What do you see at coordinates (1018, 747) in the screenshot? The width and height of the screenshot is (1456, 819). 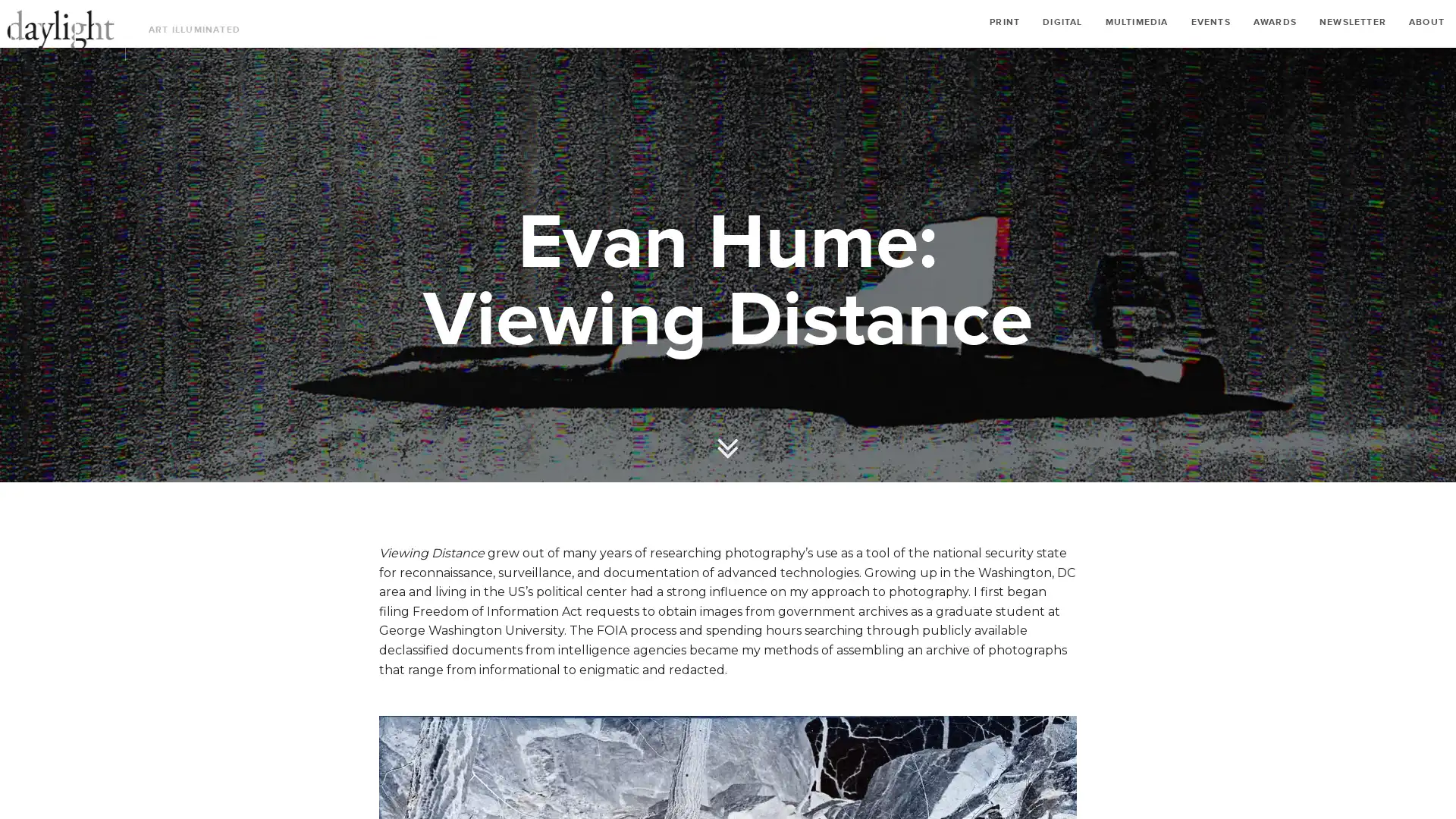 I see `Share on Facebook` at bounding box center [1018, 747].